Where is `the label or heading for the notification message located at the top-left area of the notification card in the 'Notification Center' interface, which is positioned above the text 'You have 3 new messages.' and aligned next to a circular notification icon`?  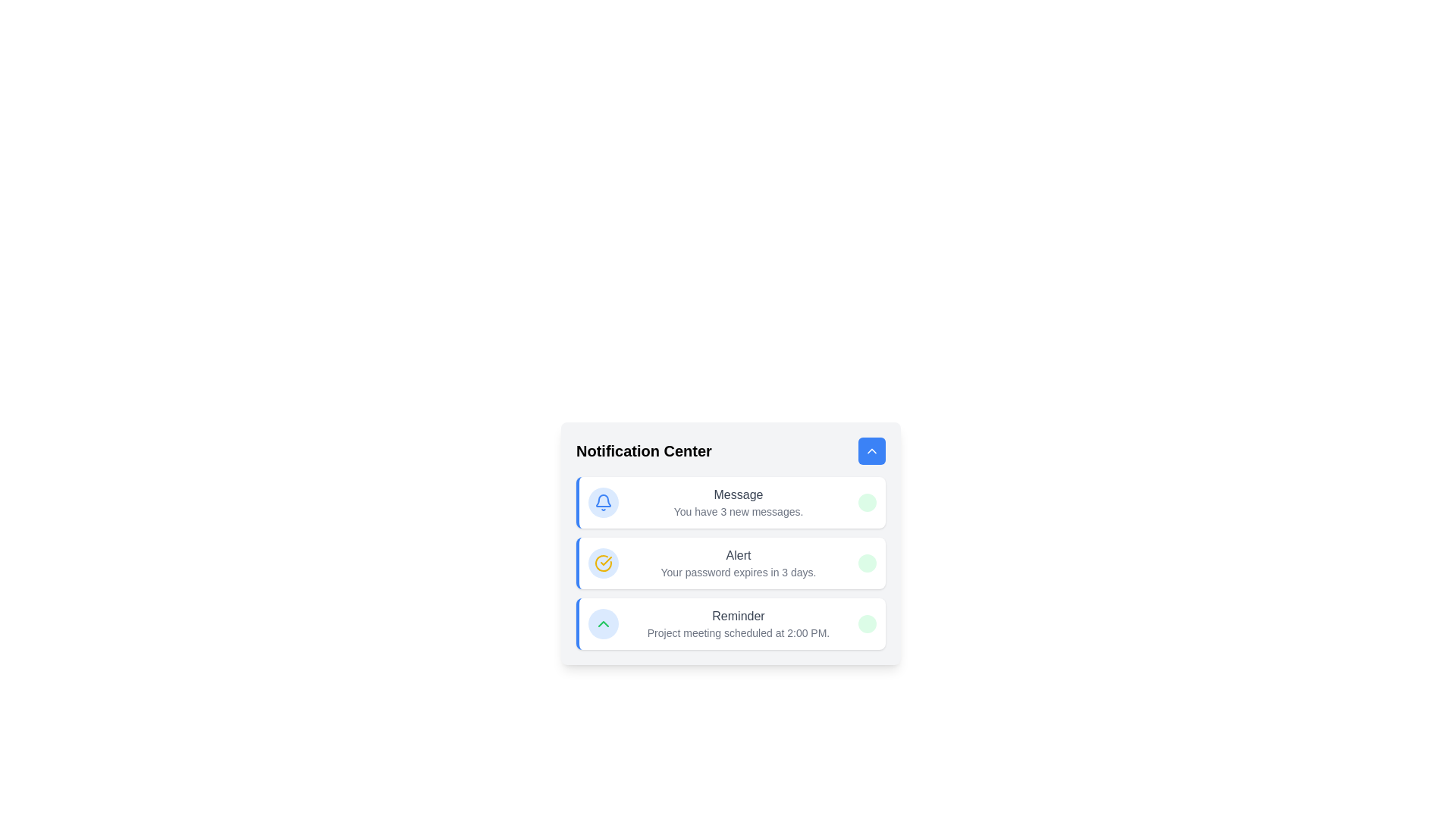
the label or heading for the notification message located at the top-left area of the notification card in the 'Notification Center' interface, which is positioned above the text 'You have 3 new messages.' and aligned next to a circular notification icon is located at coordinates (739, 494).